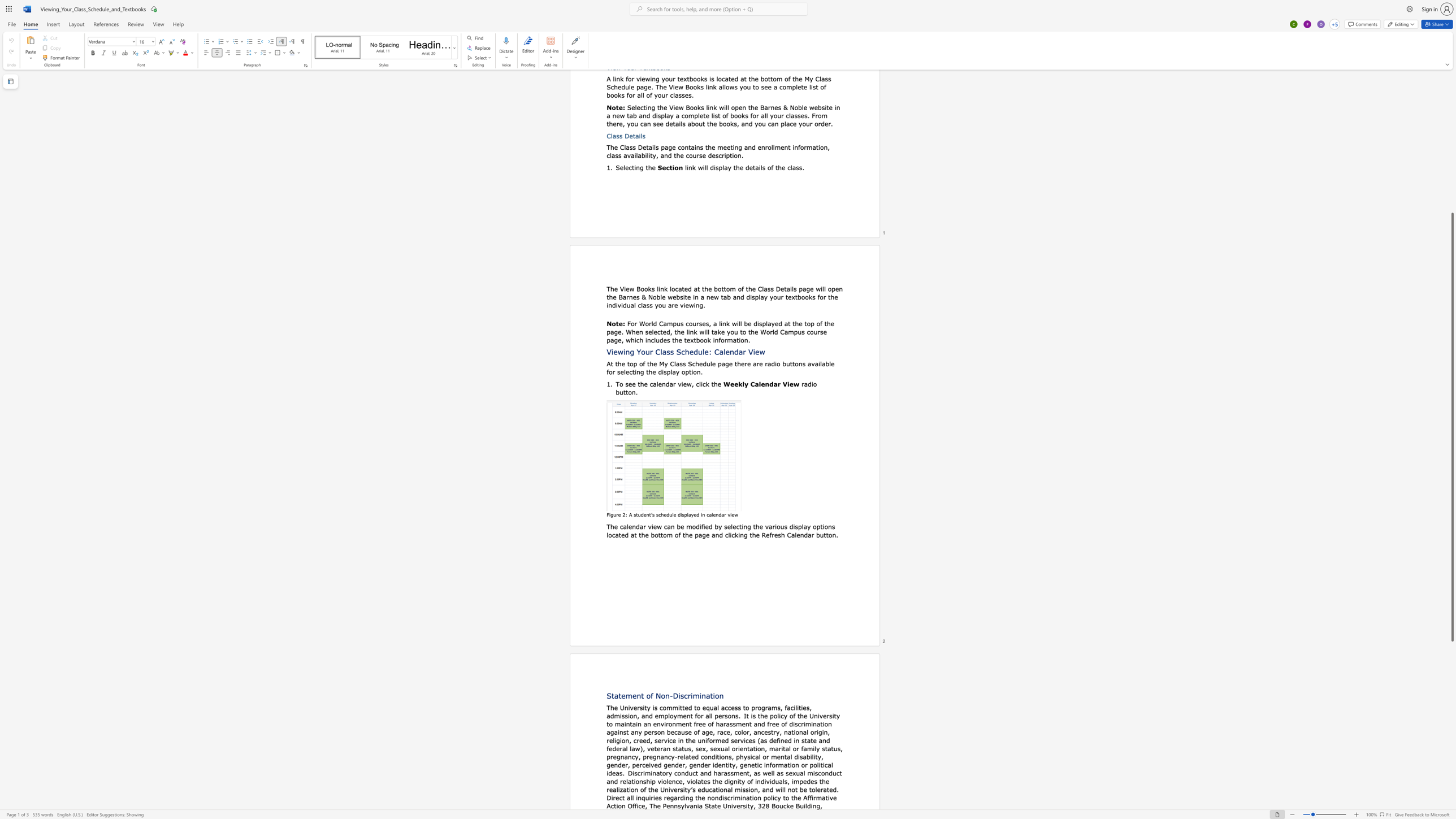  Describe the element at coordinates (1451, 170) in the screenshot. I see `the page's right scrollbar for upward movement` at that location.